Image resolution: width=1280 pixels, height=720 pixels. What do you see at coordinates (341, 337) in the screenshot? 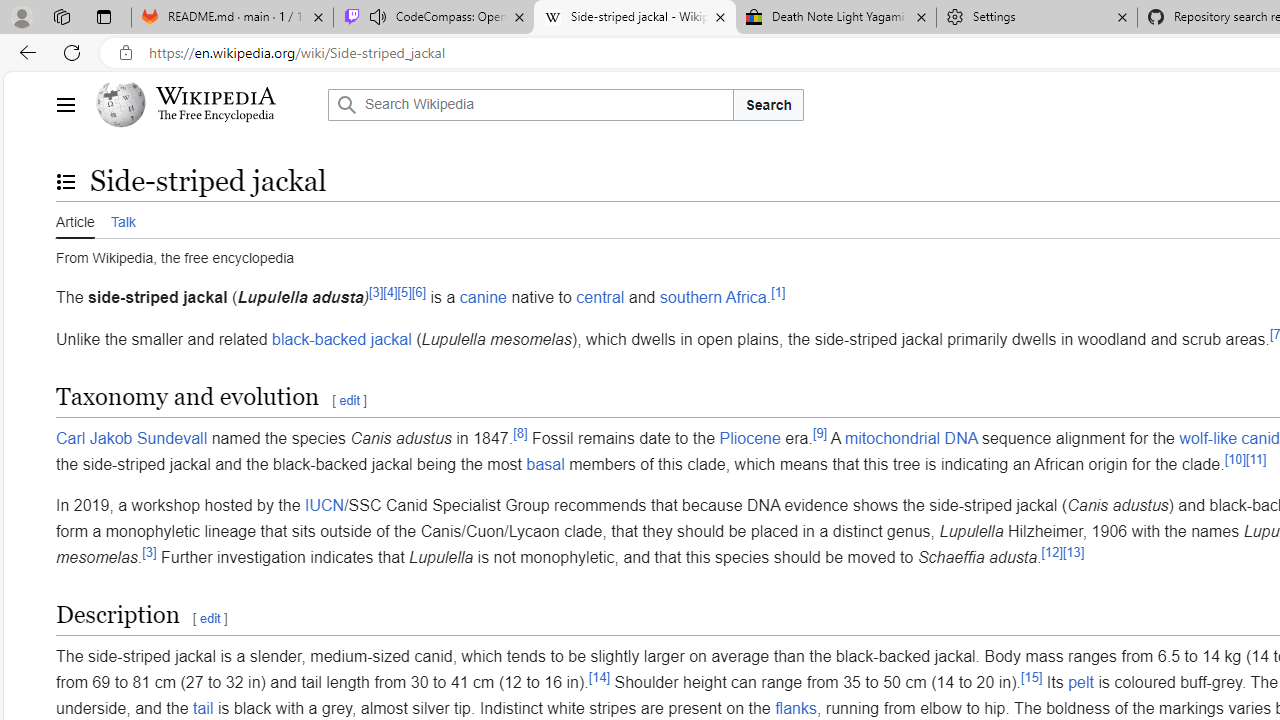
I see `'black-backed jackal'` at bounding box center [341, 337].